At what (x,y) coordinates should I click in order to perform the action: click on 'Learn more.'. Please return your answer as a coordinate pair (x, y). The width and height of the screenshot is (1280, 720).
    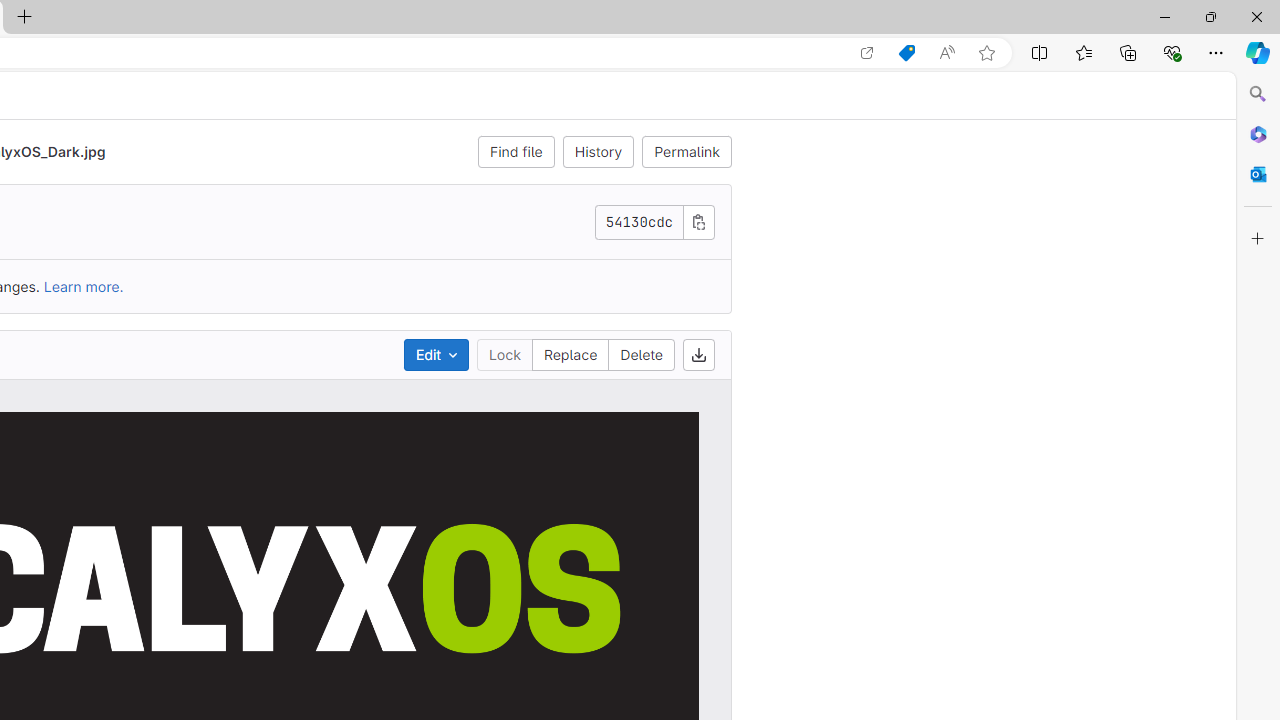
    Looking at the image, I should click on (82, 286).